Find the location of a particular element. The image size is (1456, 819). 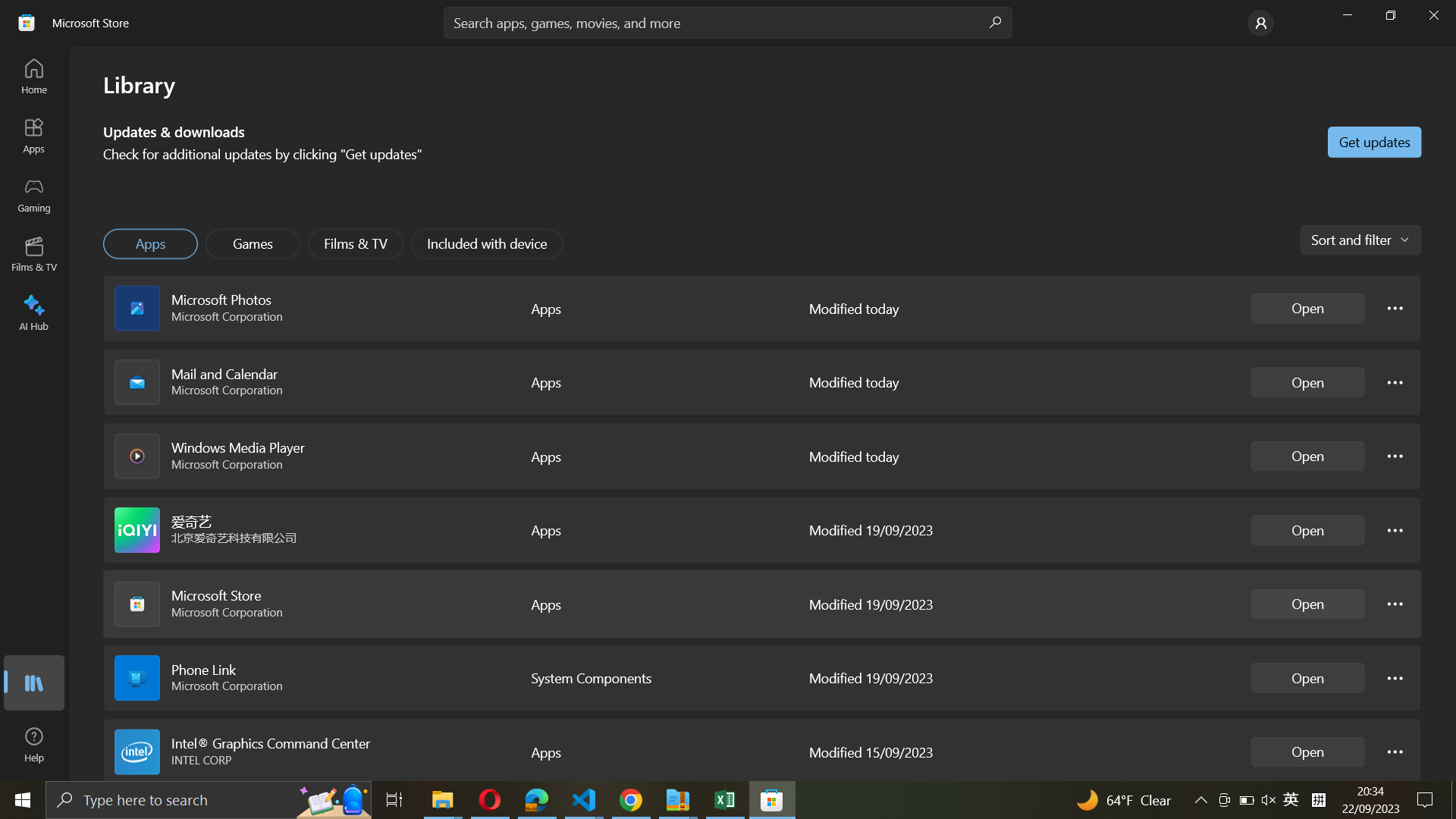

options for phone linking is located at coordinates (1395, 676).